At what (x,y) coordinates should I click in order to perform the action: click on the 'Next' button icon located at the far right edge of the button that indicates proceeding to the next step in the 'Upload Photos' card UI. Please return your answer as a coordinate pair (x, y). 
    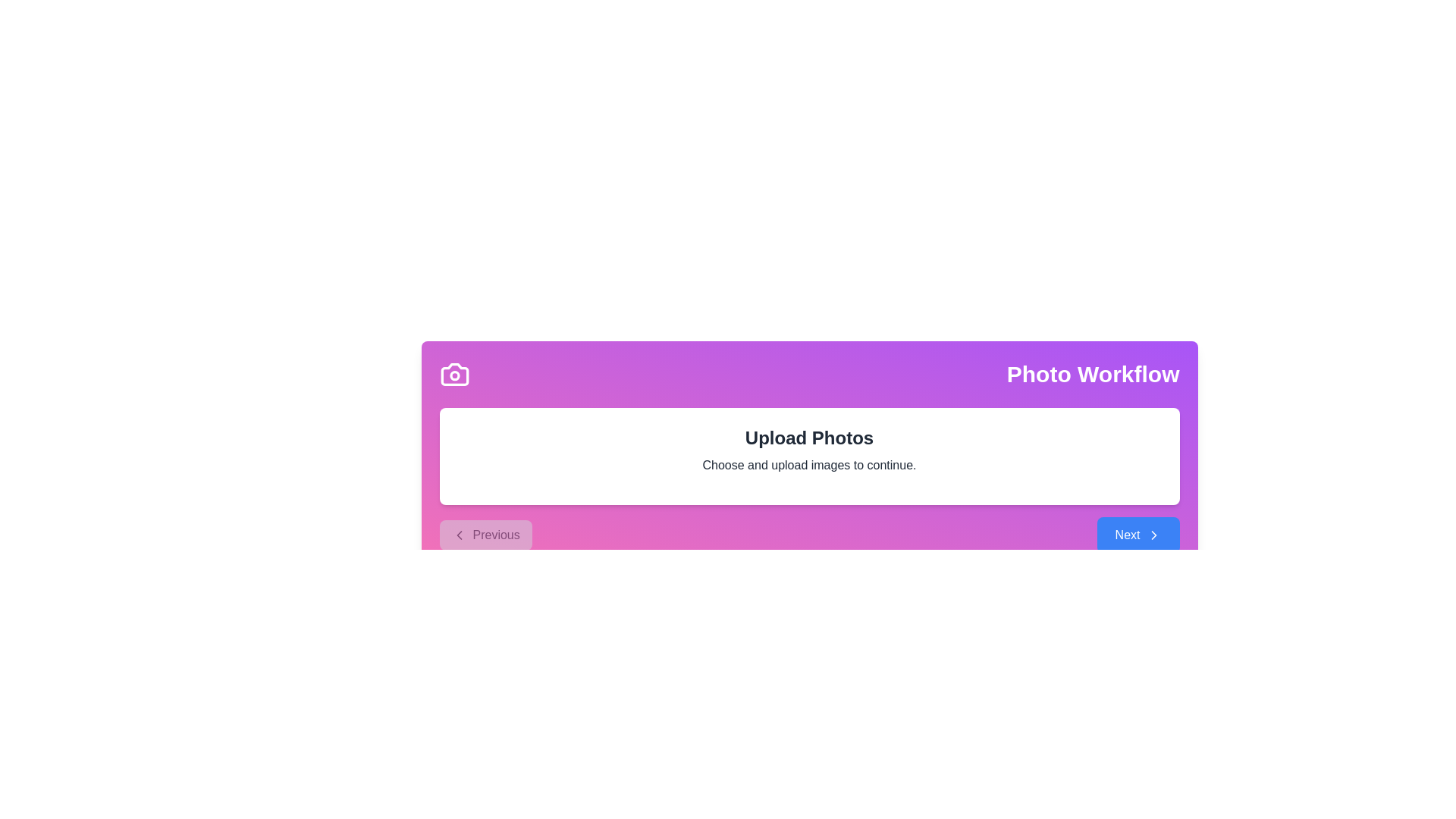
    Looking at the image, I should click on (1153, 534).